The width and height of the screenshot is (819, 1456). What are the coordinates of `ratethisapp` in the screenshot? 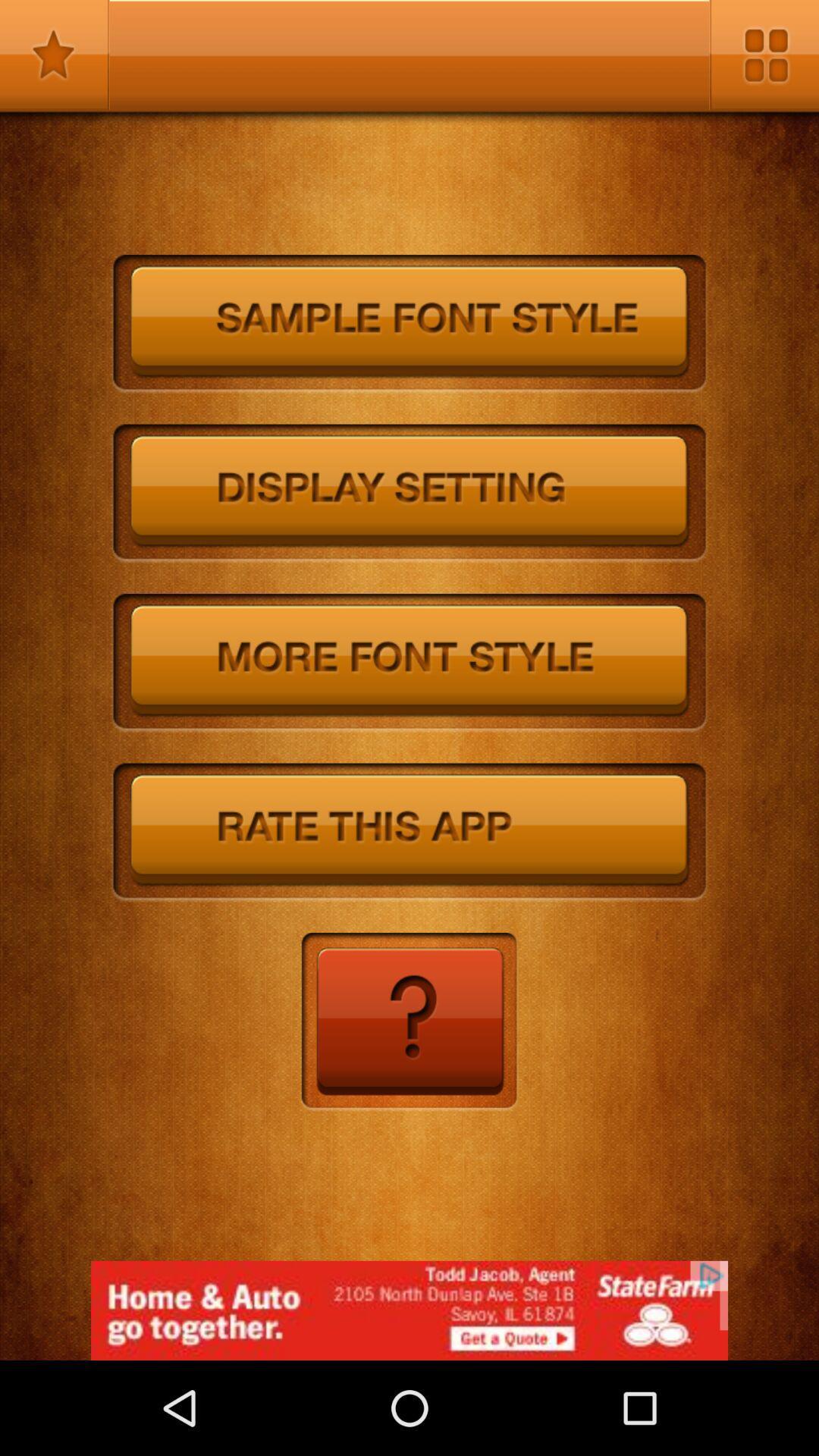 It's located at (409, 832).